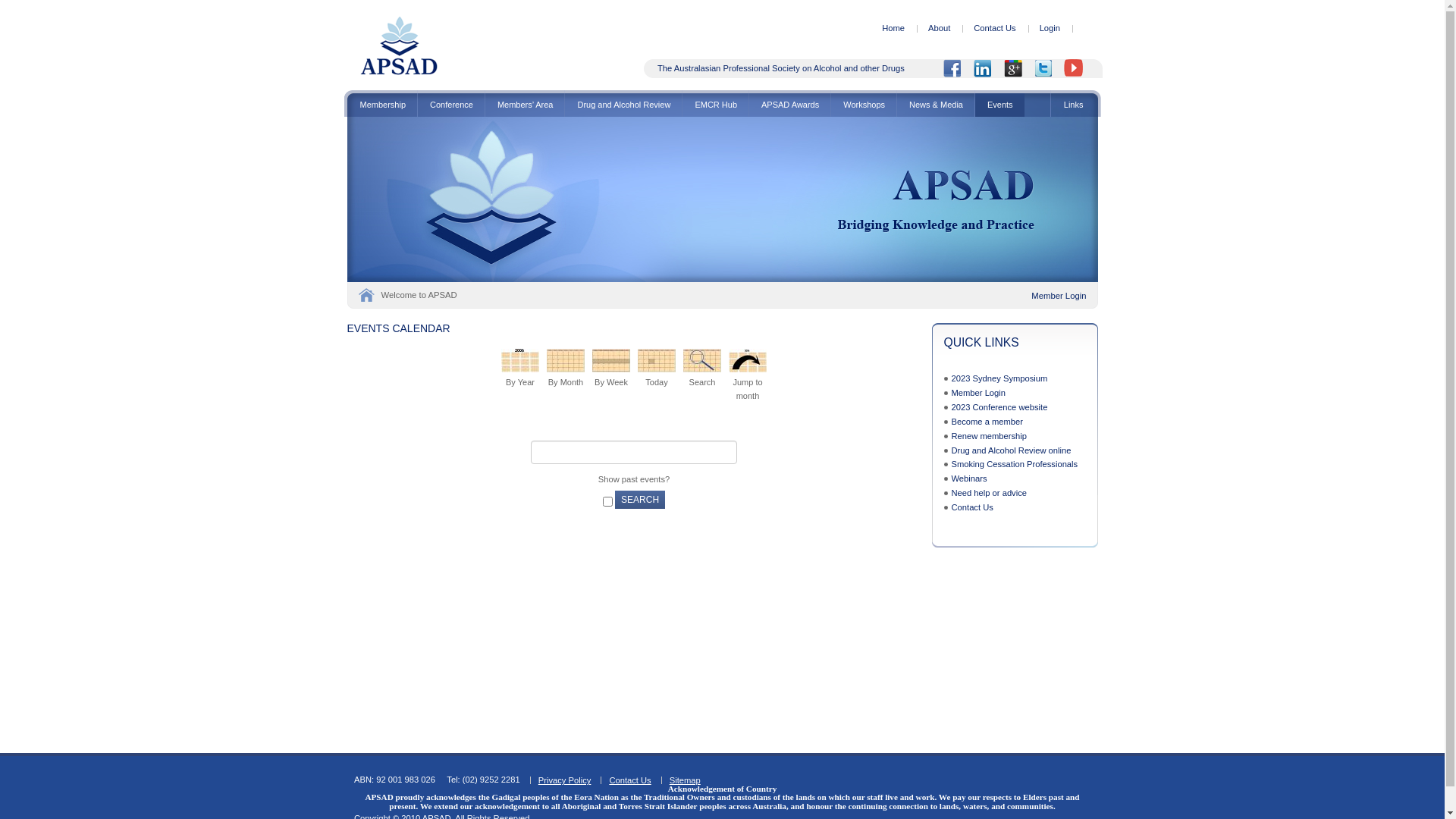 The width and height of the screenshot is (1456, 819). I want to click on 'By Year', so click(520, 360).